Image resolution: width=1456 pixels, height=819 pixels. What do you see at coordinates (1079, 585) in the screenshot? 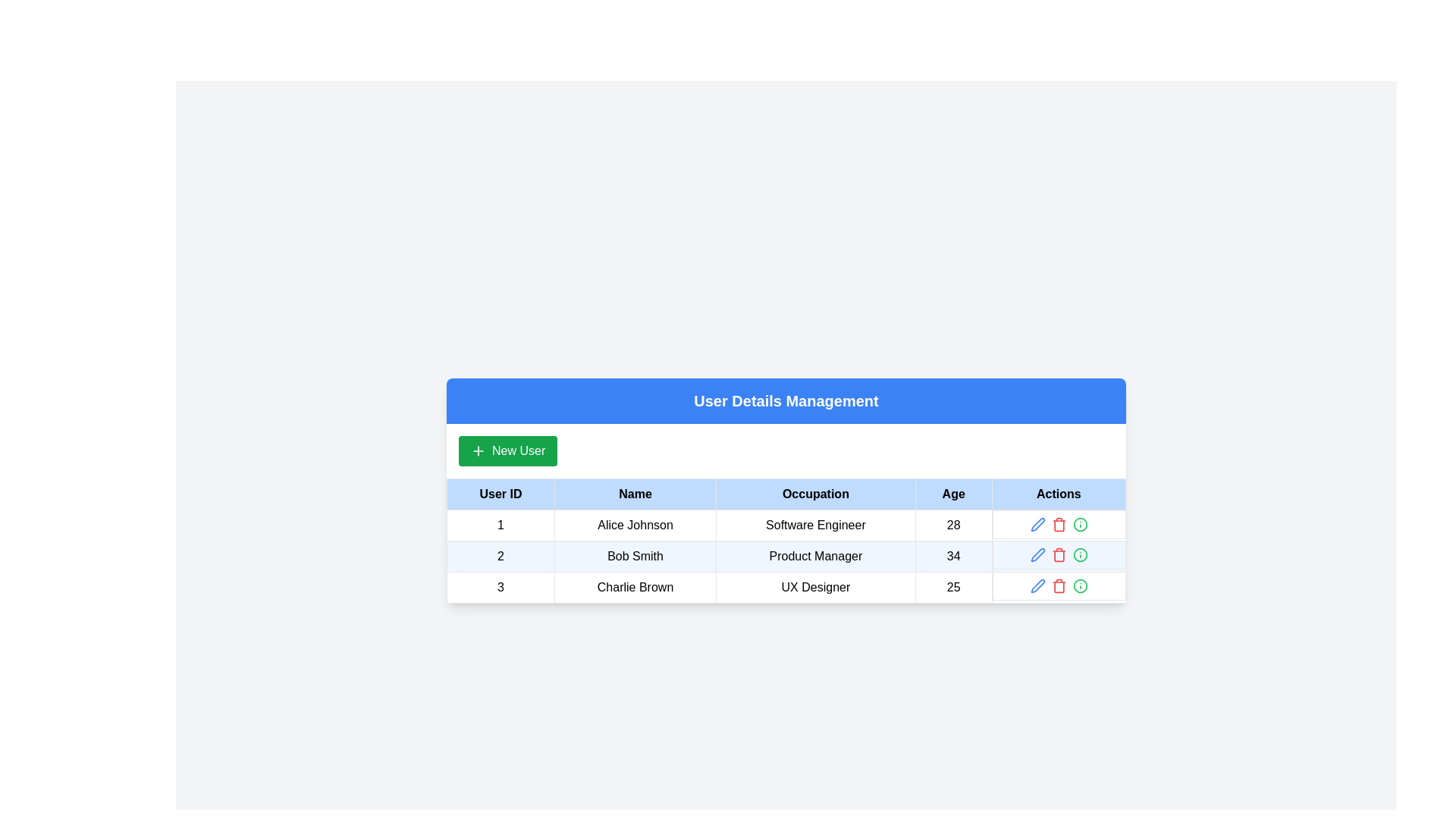
I see `the informational icon button, which is a small green circular icon with a hollow center and an 'i' symbol, located` at bounding box center [1079, 585].